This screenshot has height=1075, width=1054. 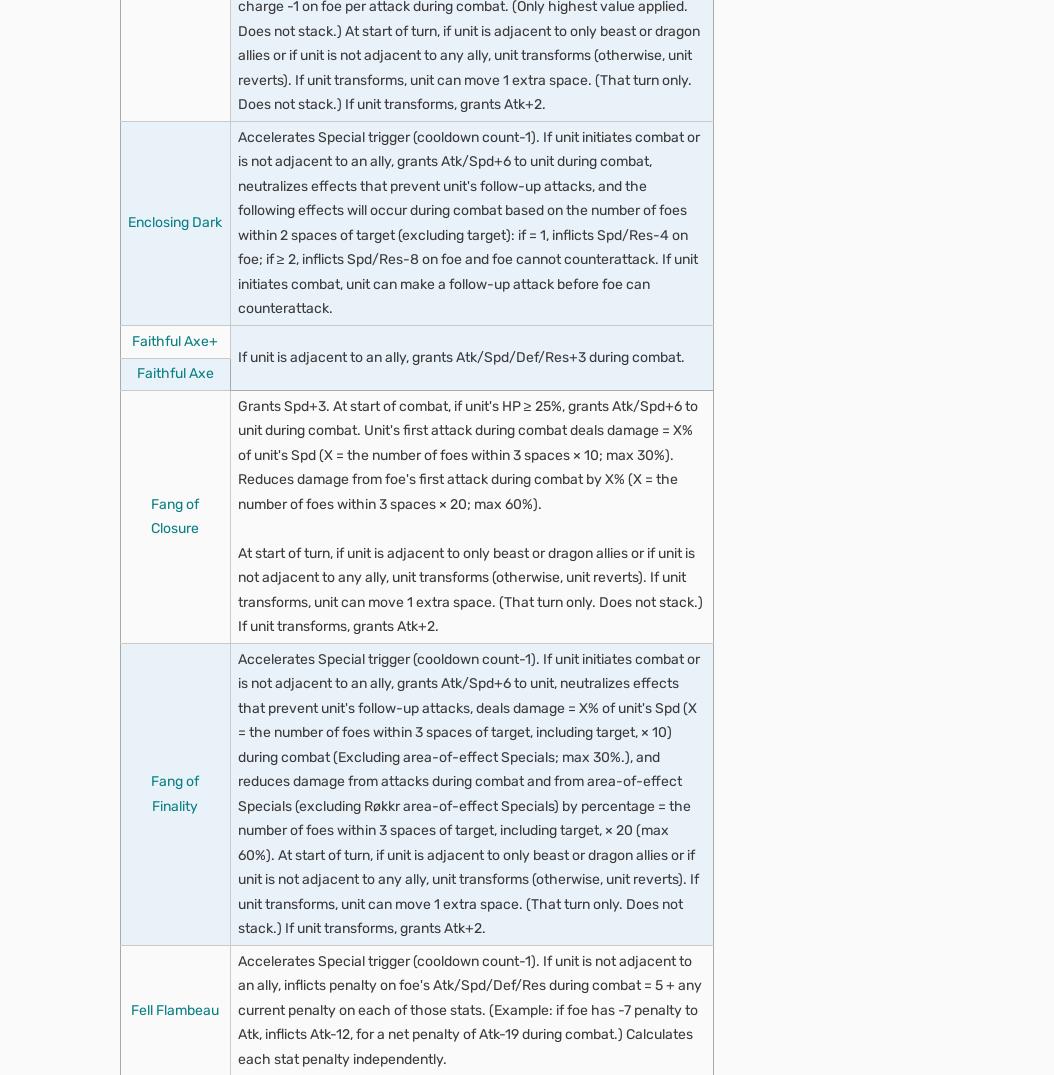 What do you see at coordinates (503, 901) in the screenshot?
I see `'If unit attacked'` at bounding box center [503, 901].